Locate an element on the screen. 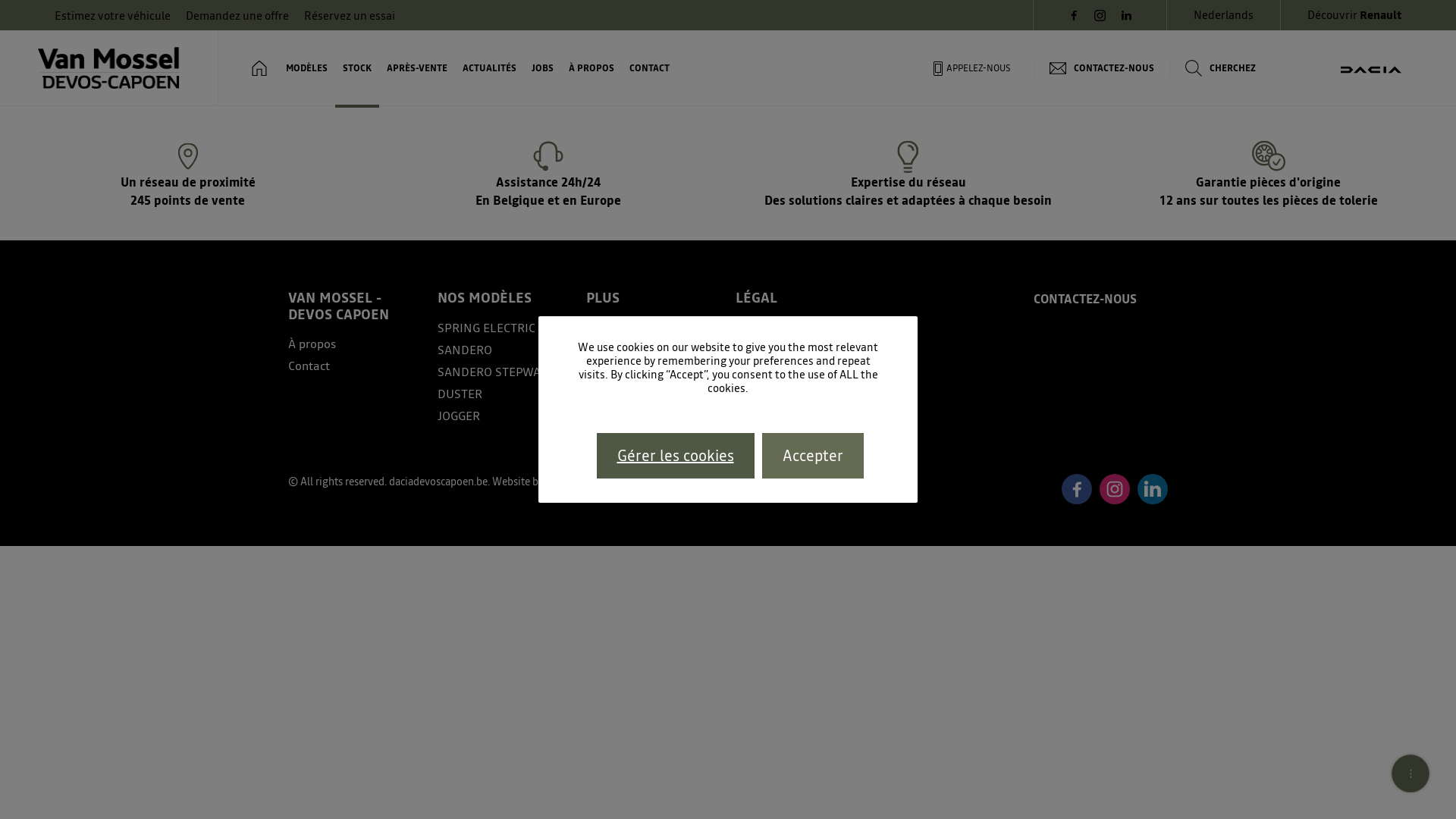 The height and width of the screenshot is (819, 1456). 'Instagram' is located at coordinates (1114, 488).